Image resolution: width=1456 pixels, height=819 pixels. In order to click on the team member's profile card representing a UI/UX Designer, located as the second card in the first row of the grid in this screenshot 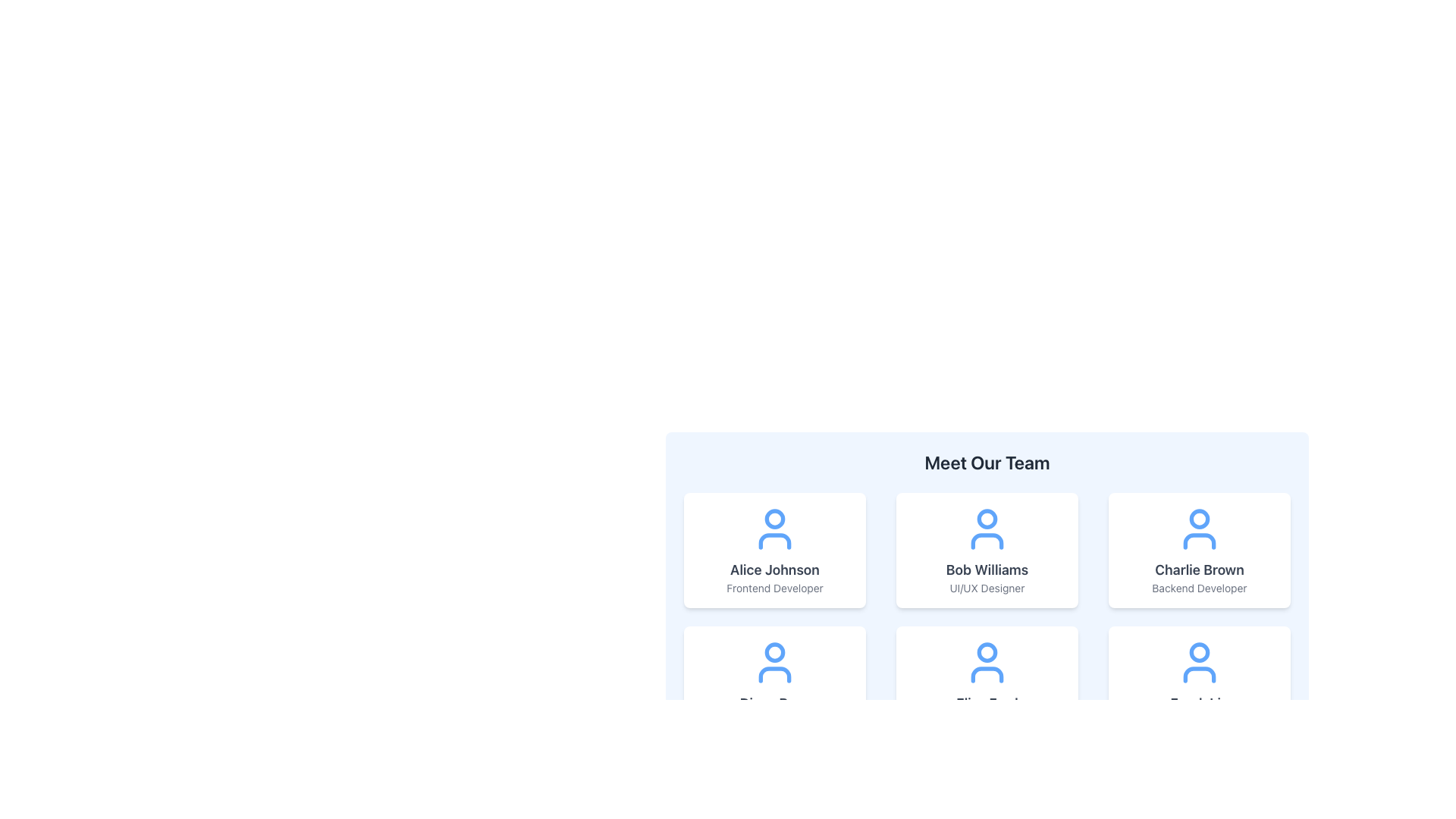, I will do `click(987, 595)`.